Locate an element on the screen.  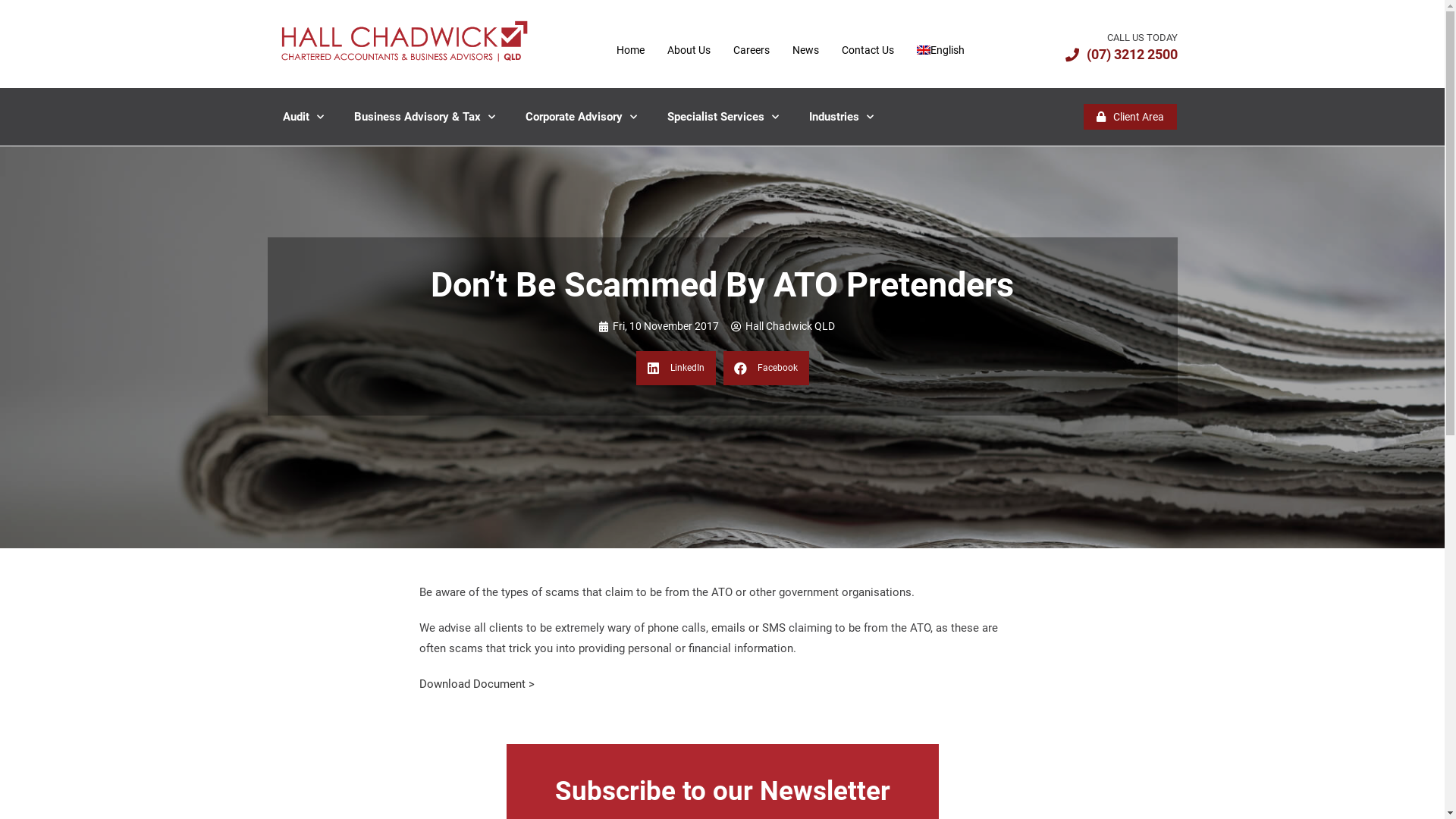
'Home' is located at coordinates (630, 49).